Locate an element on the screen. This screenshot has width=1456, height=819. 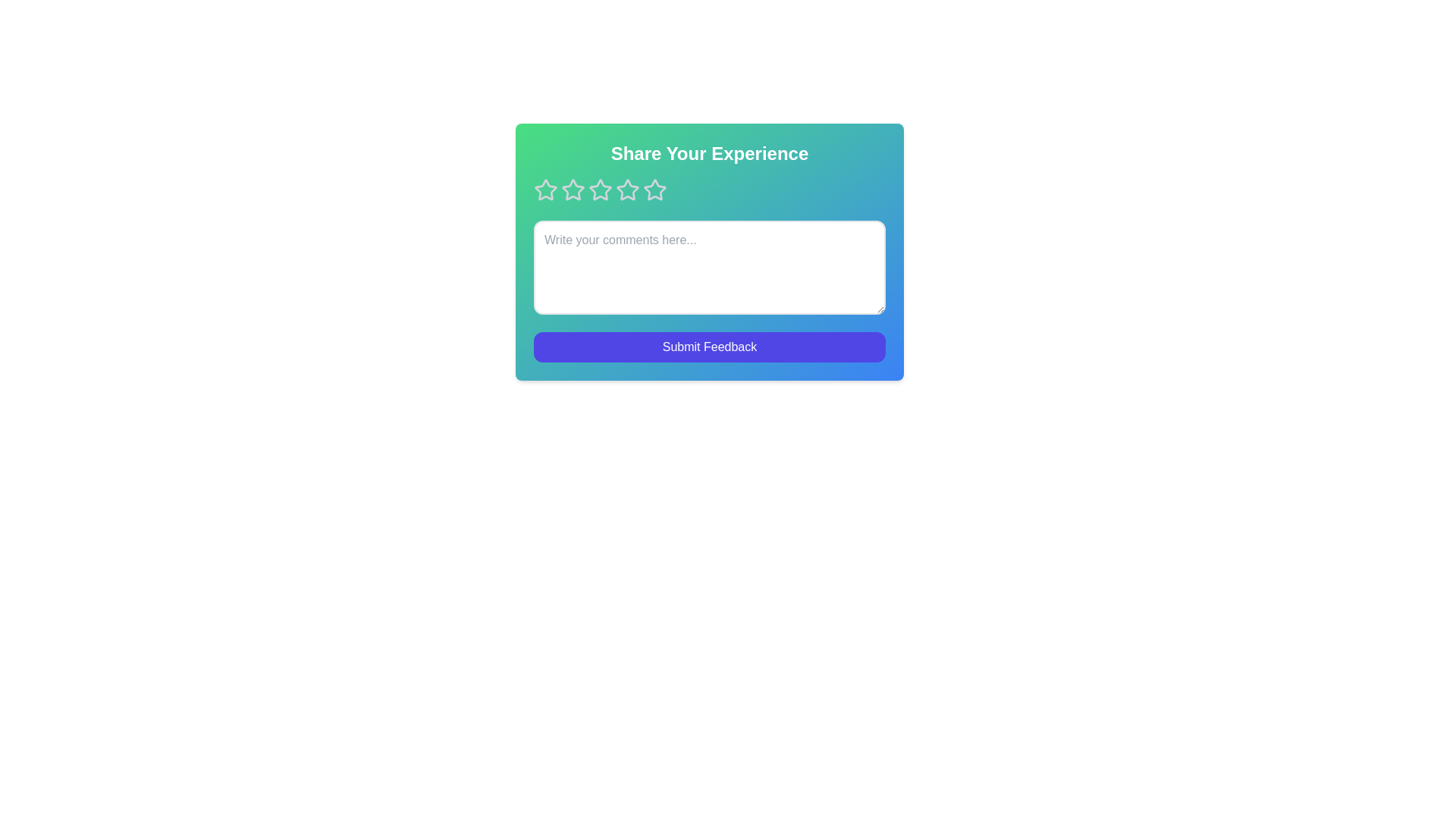
the star corresponding to 4 stars to preview the rating is located at coordinates (628, 189).